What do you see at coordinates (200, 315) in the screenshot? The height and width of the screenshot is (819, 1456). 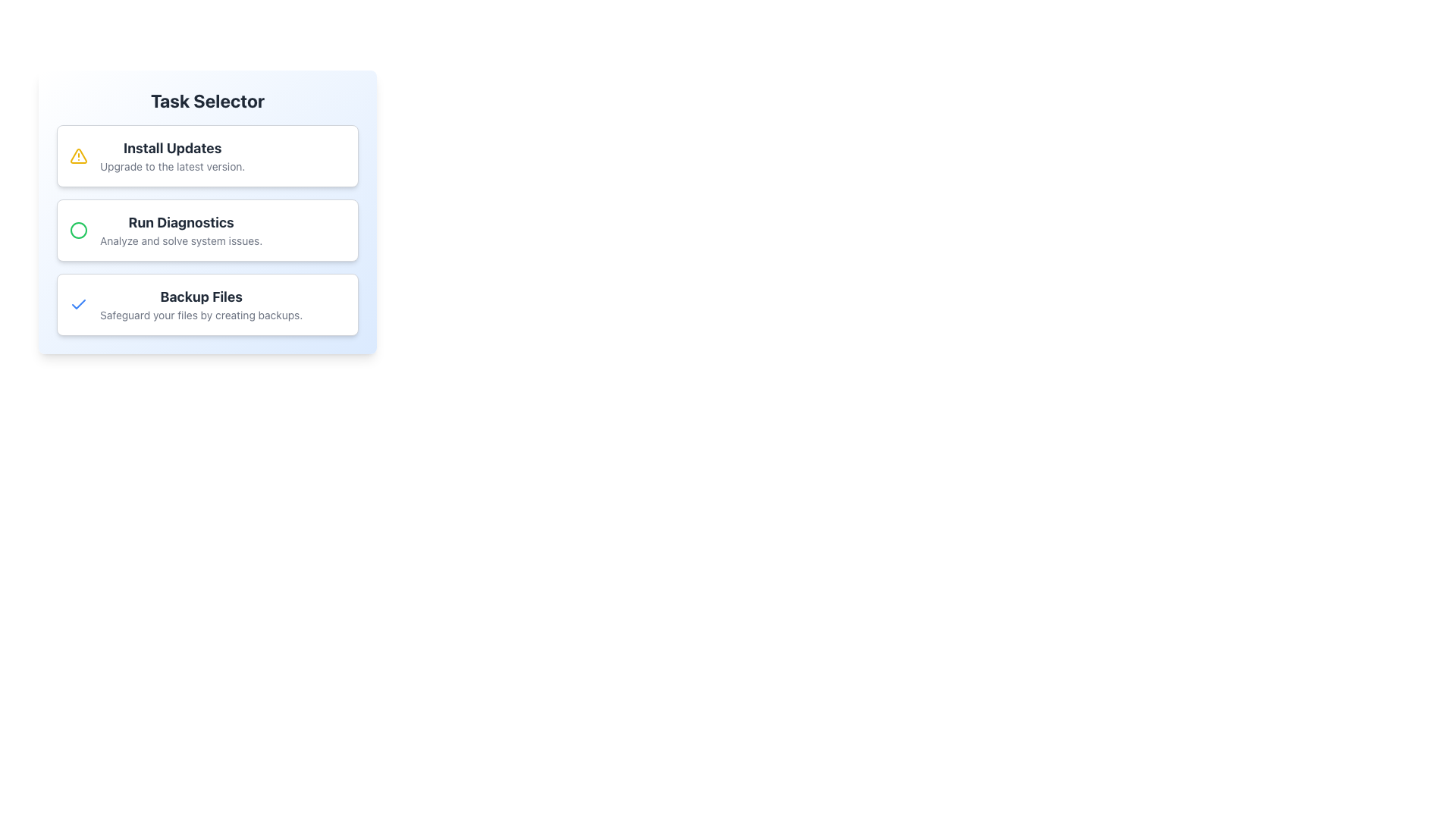 I see `the text element that reads 'Safeguard your files by creating backups.', which is styled in a smaller gray font and positioned below the header 'Backup Files' in the Task Selector section` at bounding box center [200, 315].